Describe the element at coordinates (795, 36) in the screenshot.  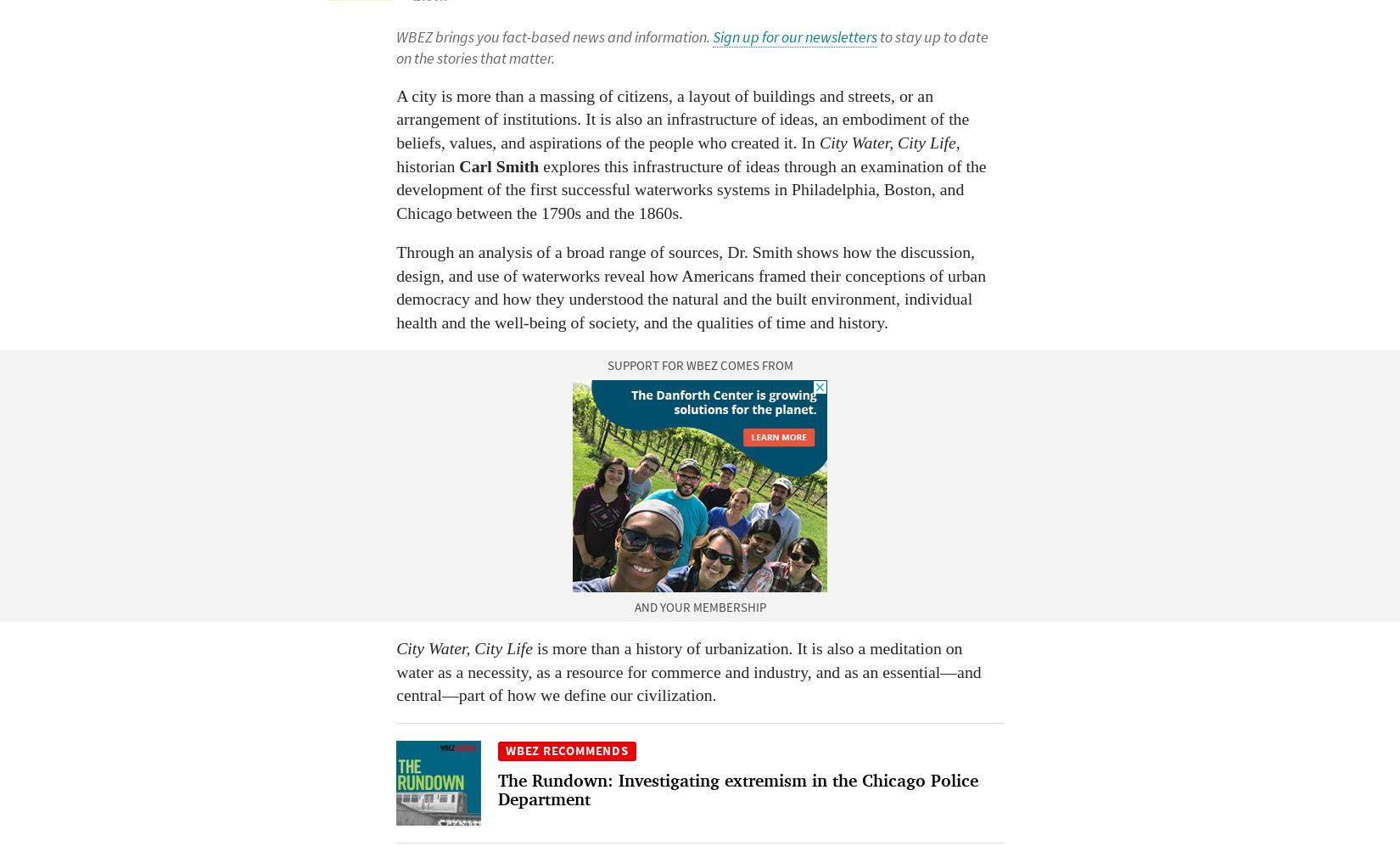
I see `'Sign up for our newsletters'` at that location.